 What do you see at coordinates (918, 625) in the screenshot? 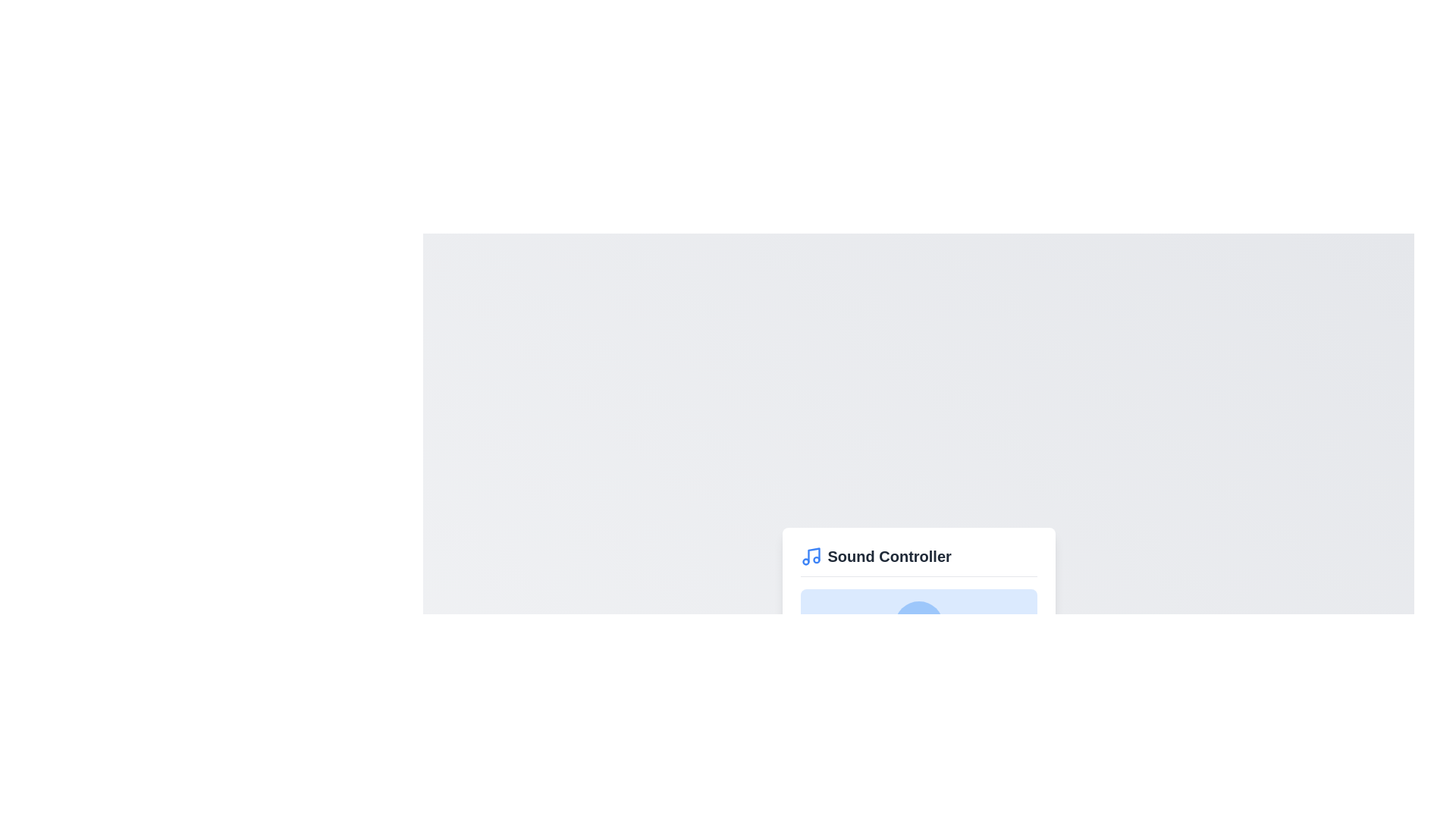
I see `the graphical volume icon to interact with it` at bounding box center [918, 625].